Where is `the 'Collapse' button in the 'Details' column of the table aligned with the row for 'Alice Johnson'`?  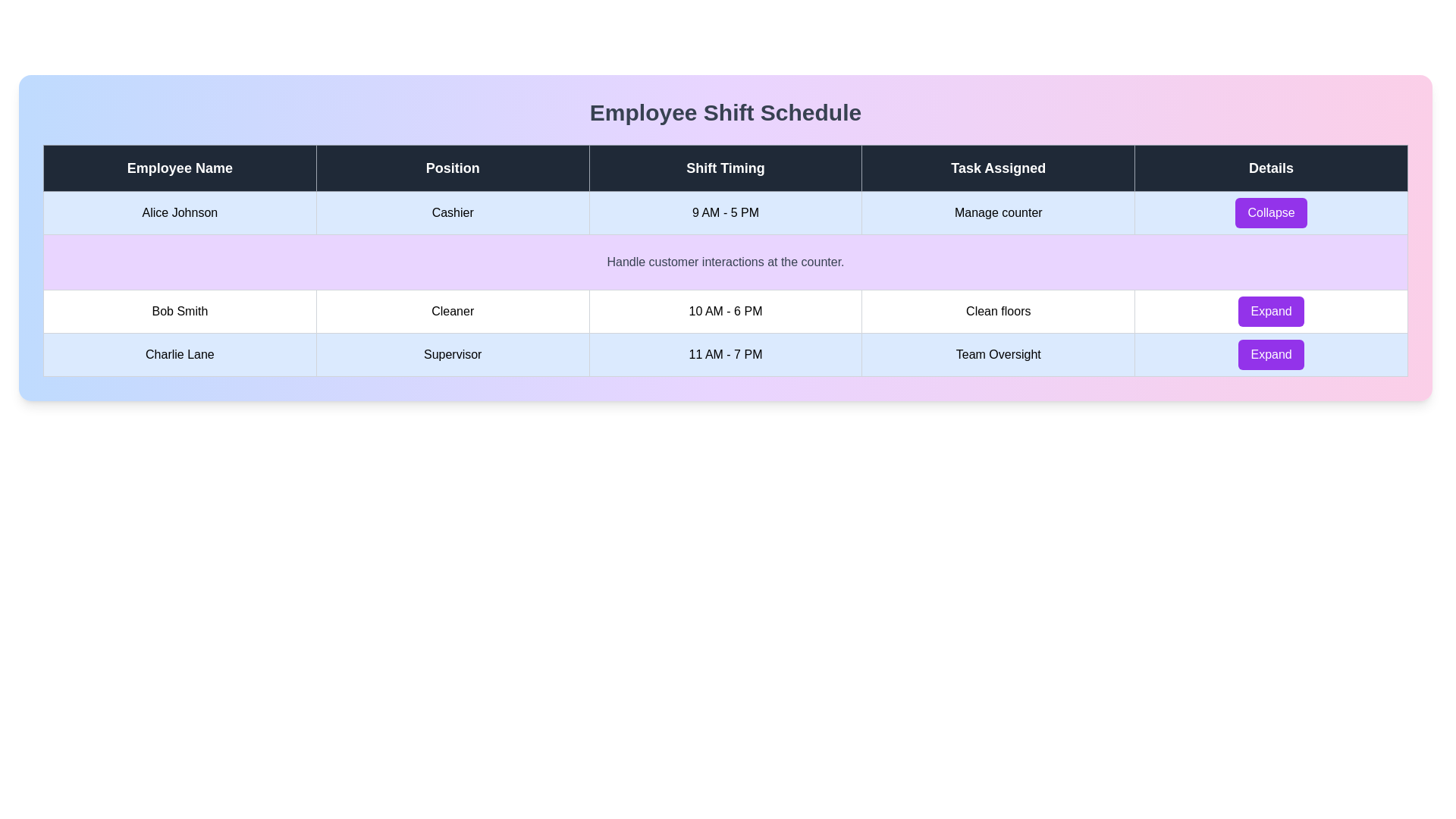 the 'Collapse' button in the 'Details' column of the table aligned with the row for 'Alice Johnson' is located at coordinates (1271, 213).